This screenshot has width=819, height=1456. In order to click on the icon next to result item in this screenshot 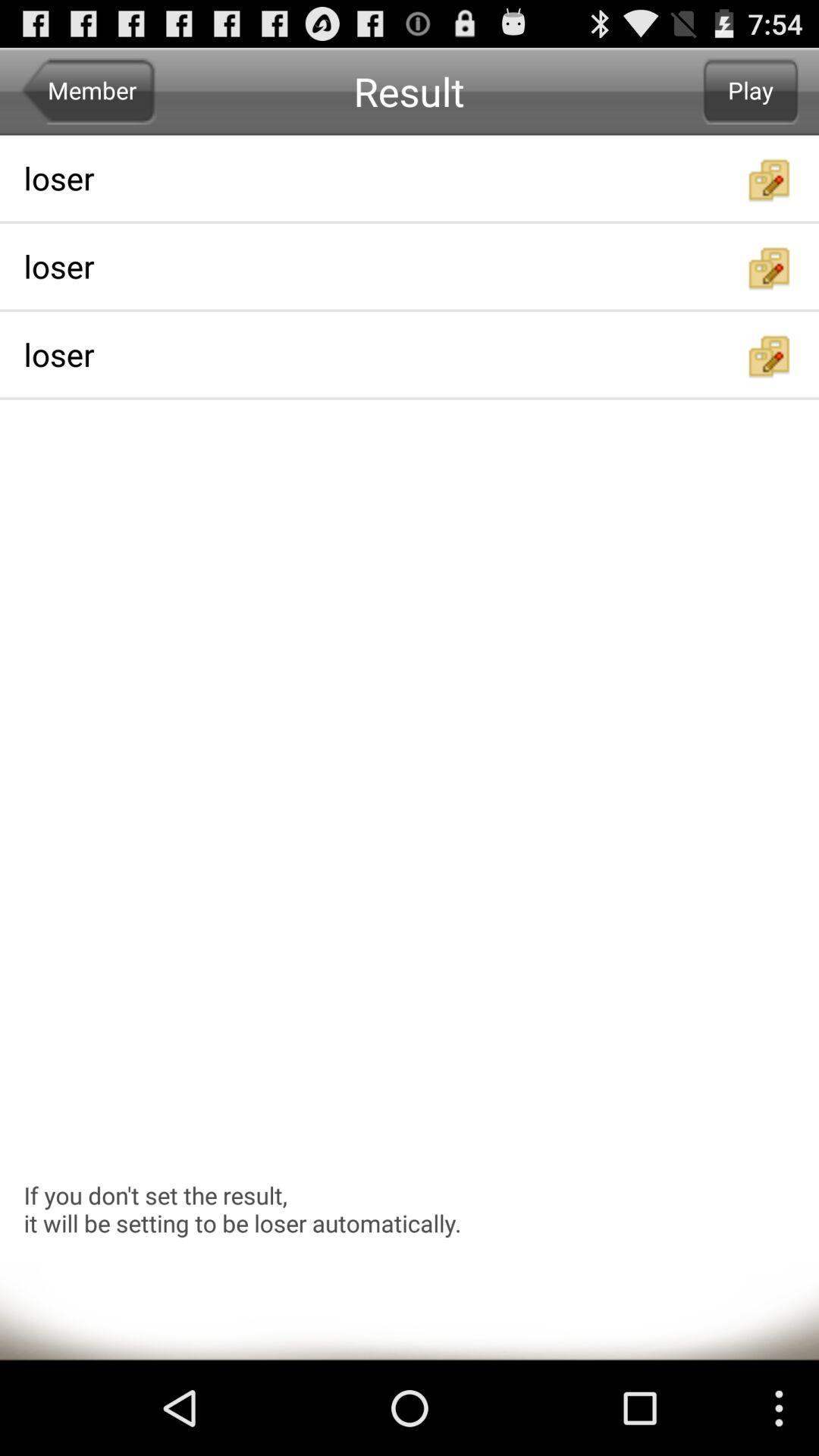, I will do `click(751, 90)`.